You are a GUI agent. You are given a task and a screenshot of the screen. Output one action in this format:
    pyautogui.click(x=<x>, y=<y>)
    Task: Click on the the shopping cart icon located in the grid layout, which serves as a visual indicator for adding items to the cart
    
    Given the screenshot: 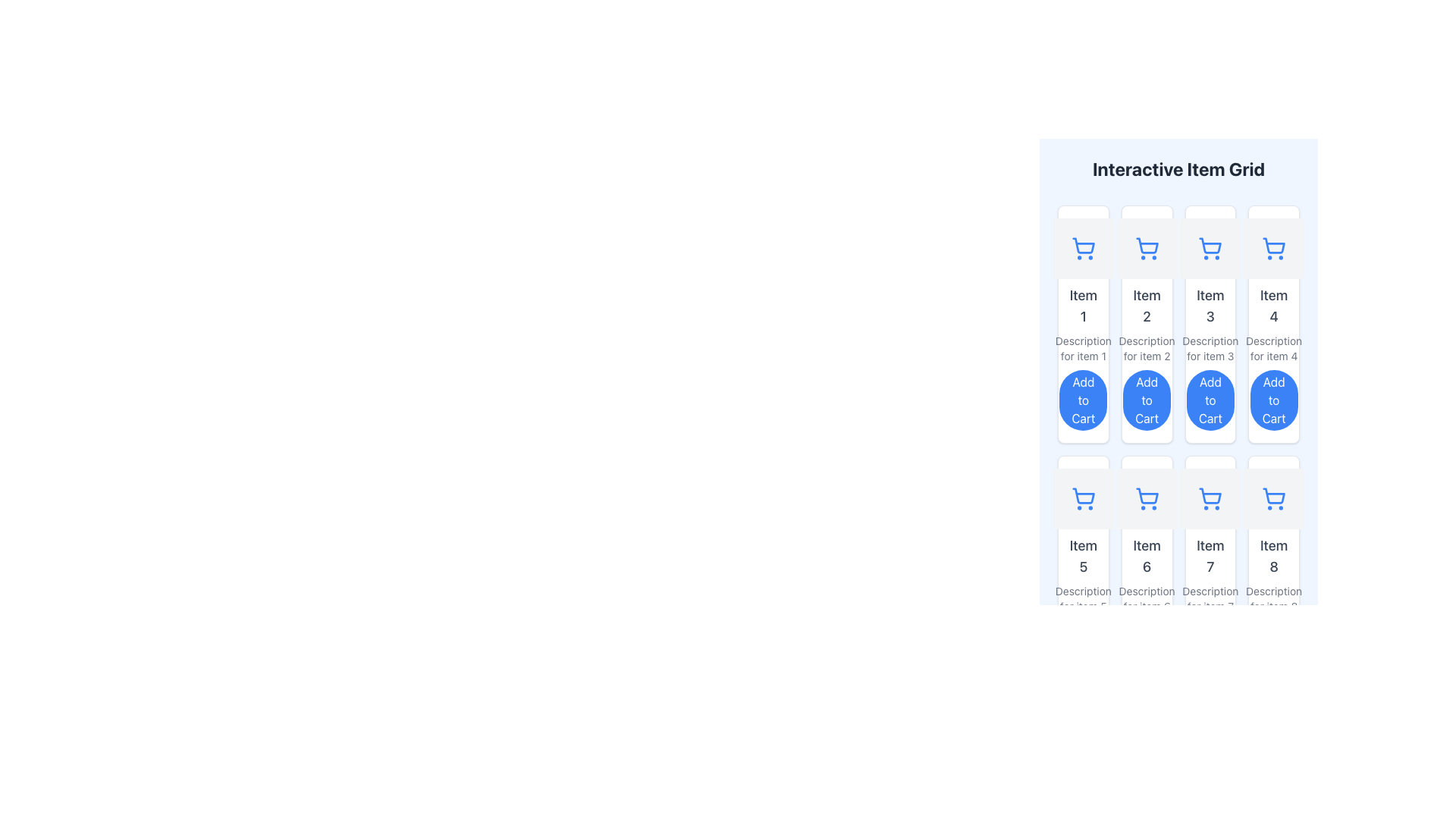 What is the action you would take?
    pyautogui.click(x=1082, y=499)
    